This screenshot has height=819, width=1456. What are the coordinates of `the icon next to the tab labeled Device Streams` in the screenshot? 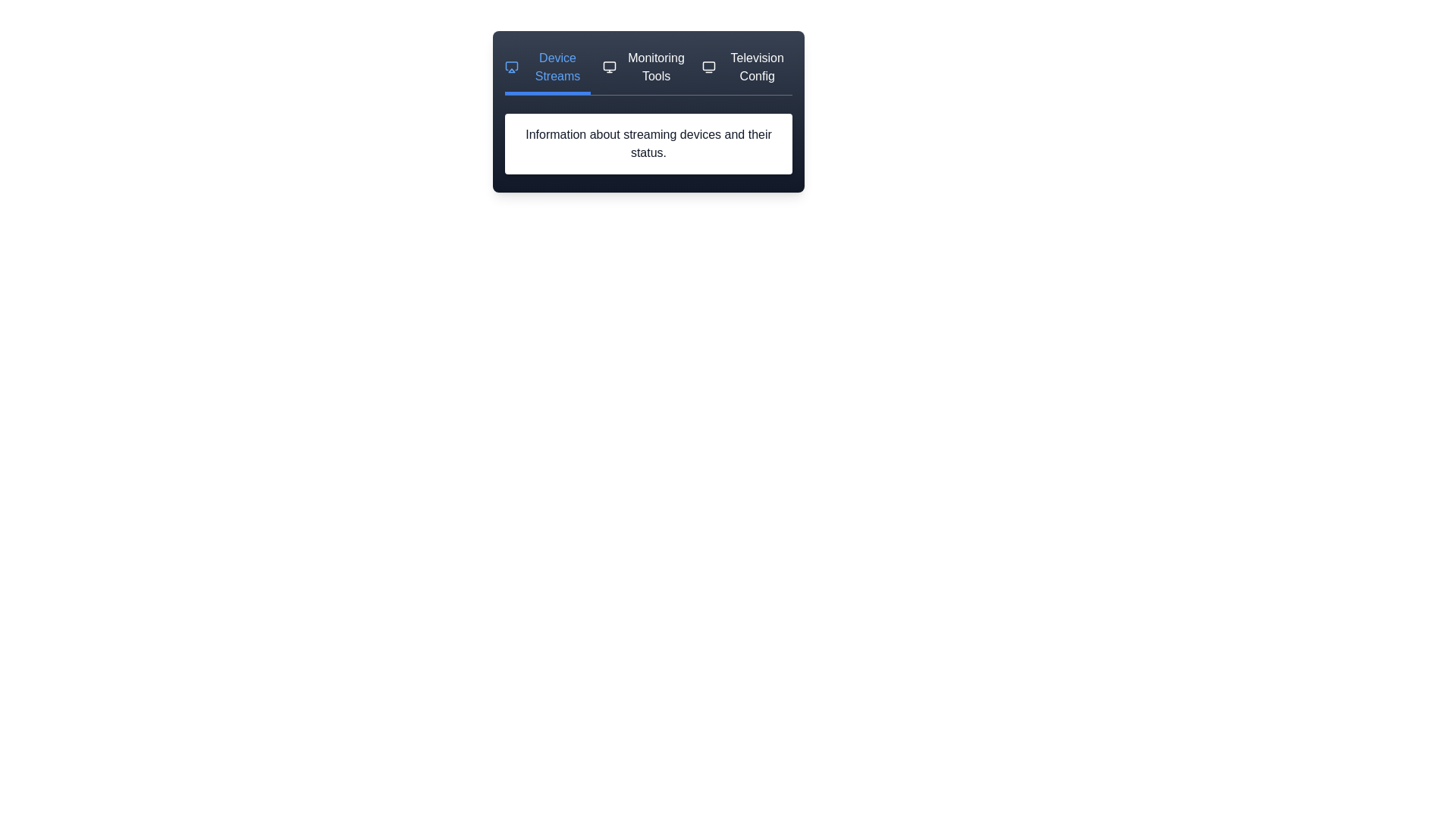 It's located at (512, 66).